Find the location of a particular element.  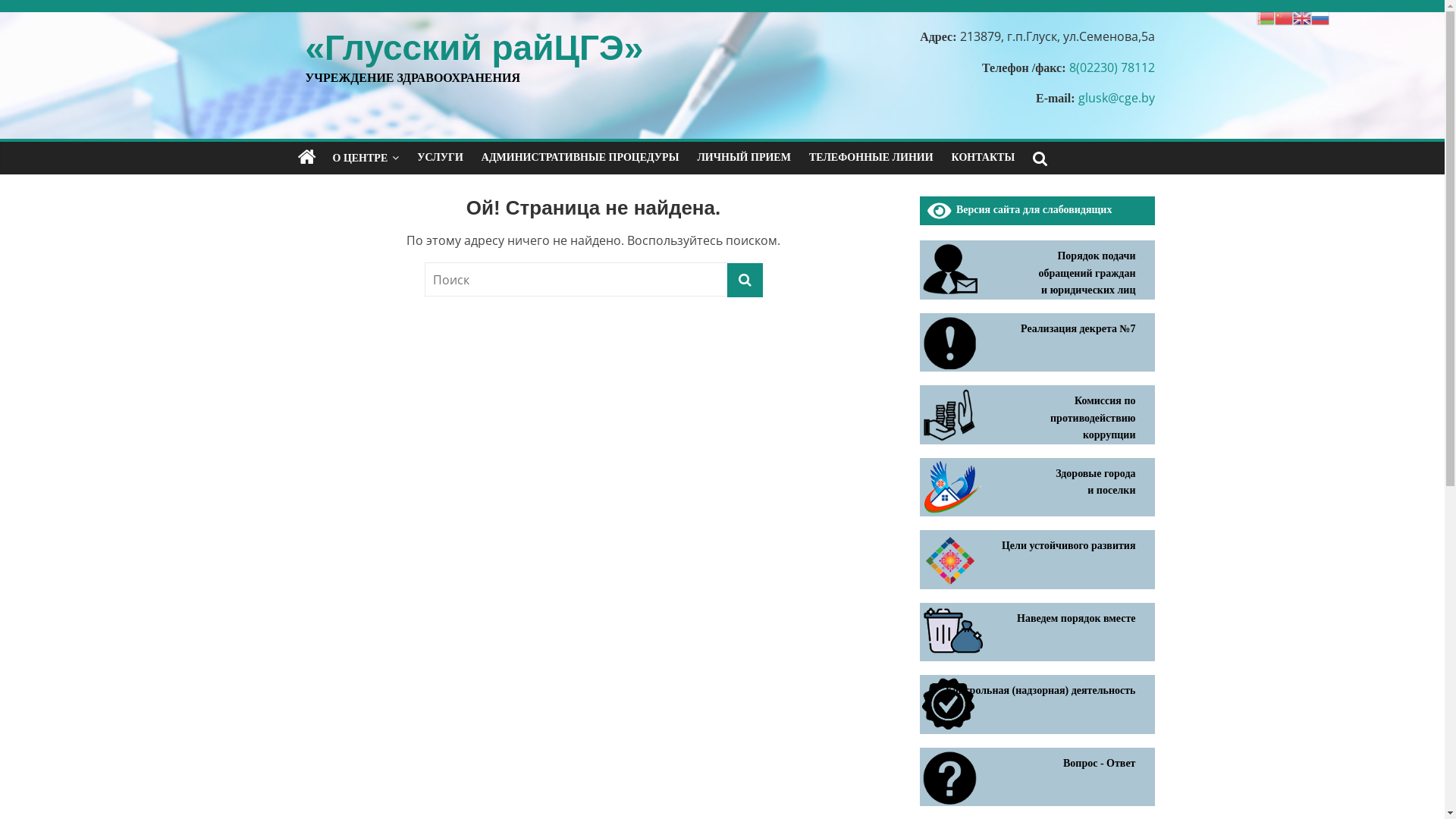

'Russian' is located at coordinates (1319, 17).